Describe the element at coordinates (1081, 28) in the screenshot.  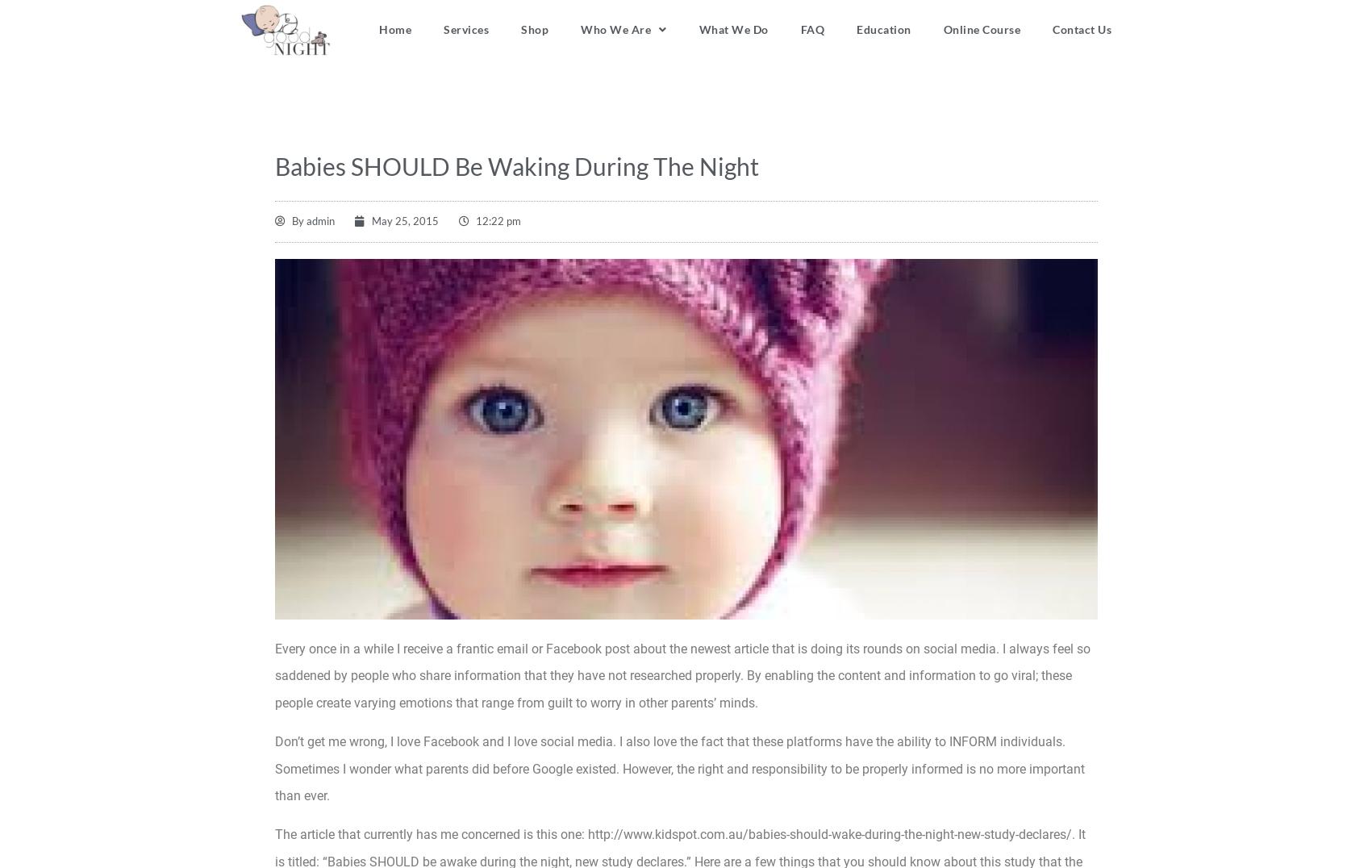
I see `'Contact Us'` at that location.